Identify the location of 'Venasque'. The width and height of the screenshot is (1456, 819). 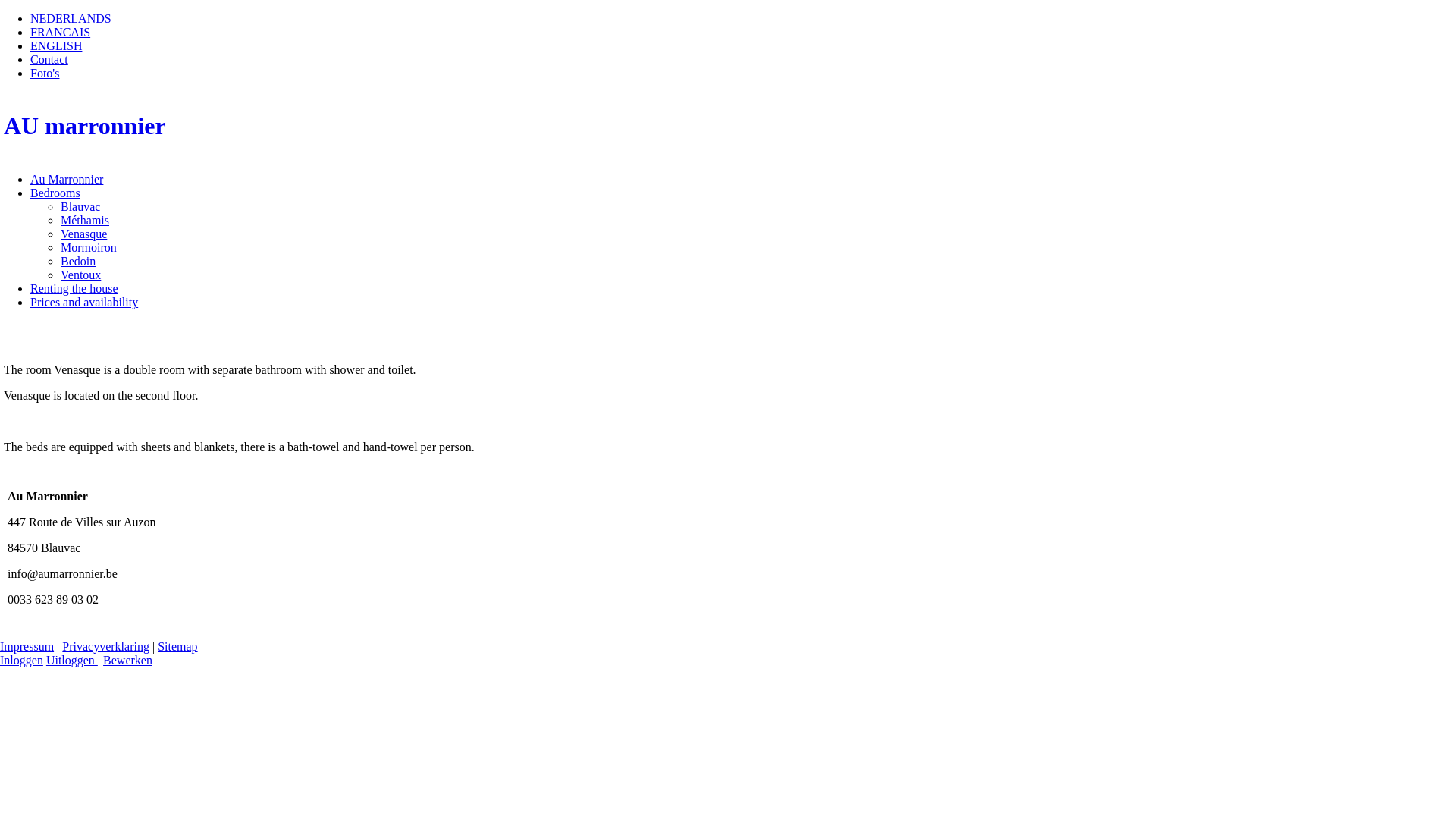
(83, 234).